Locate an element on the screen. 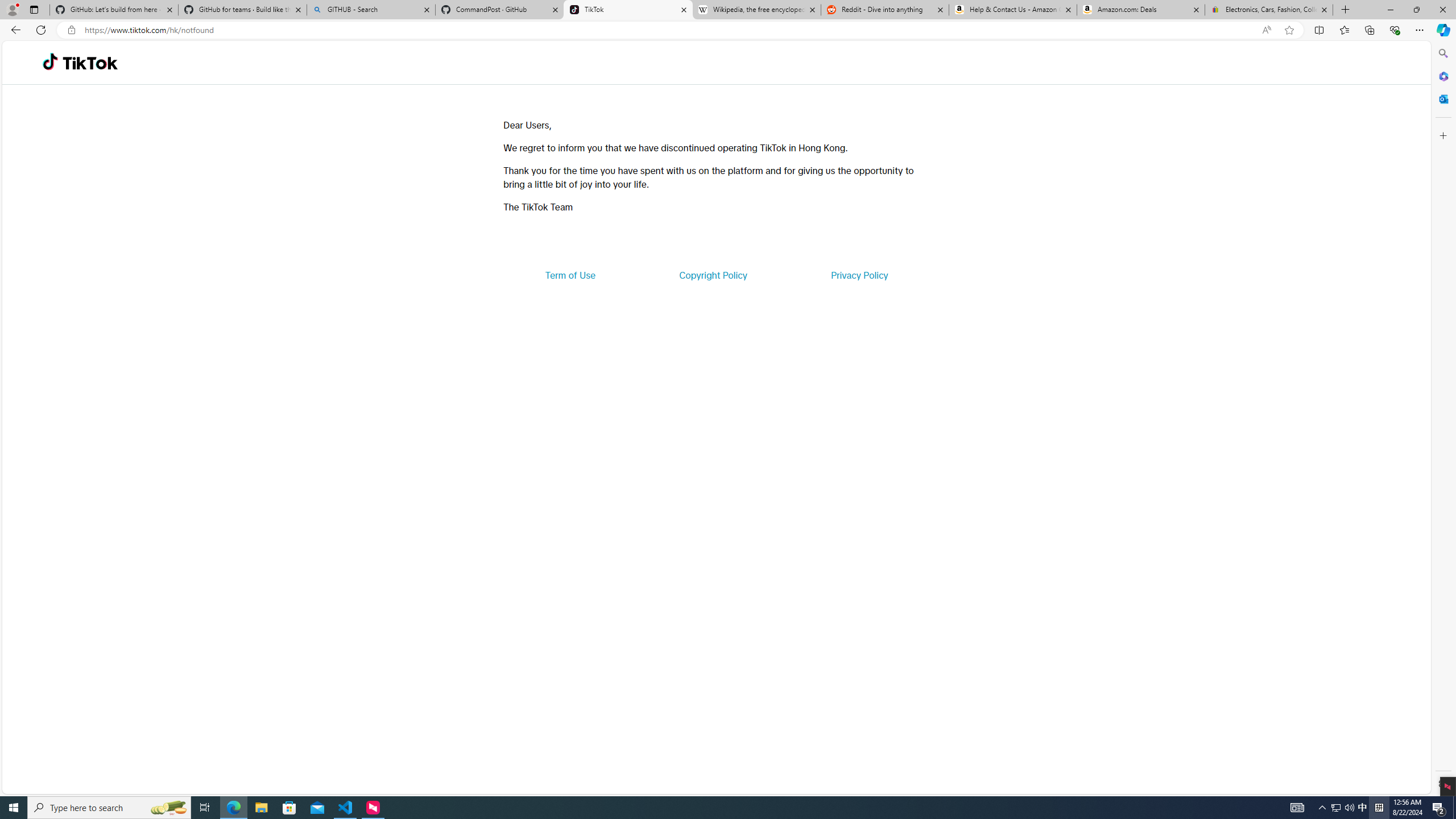 This screenshot has height=819, width=1456. 'Wikipedia, the free encyclopedia' is located at coordinates (755, 9).